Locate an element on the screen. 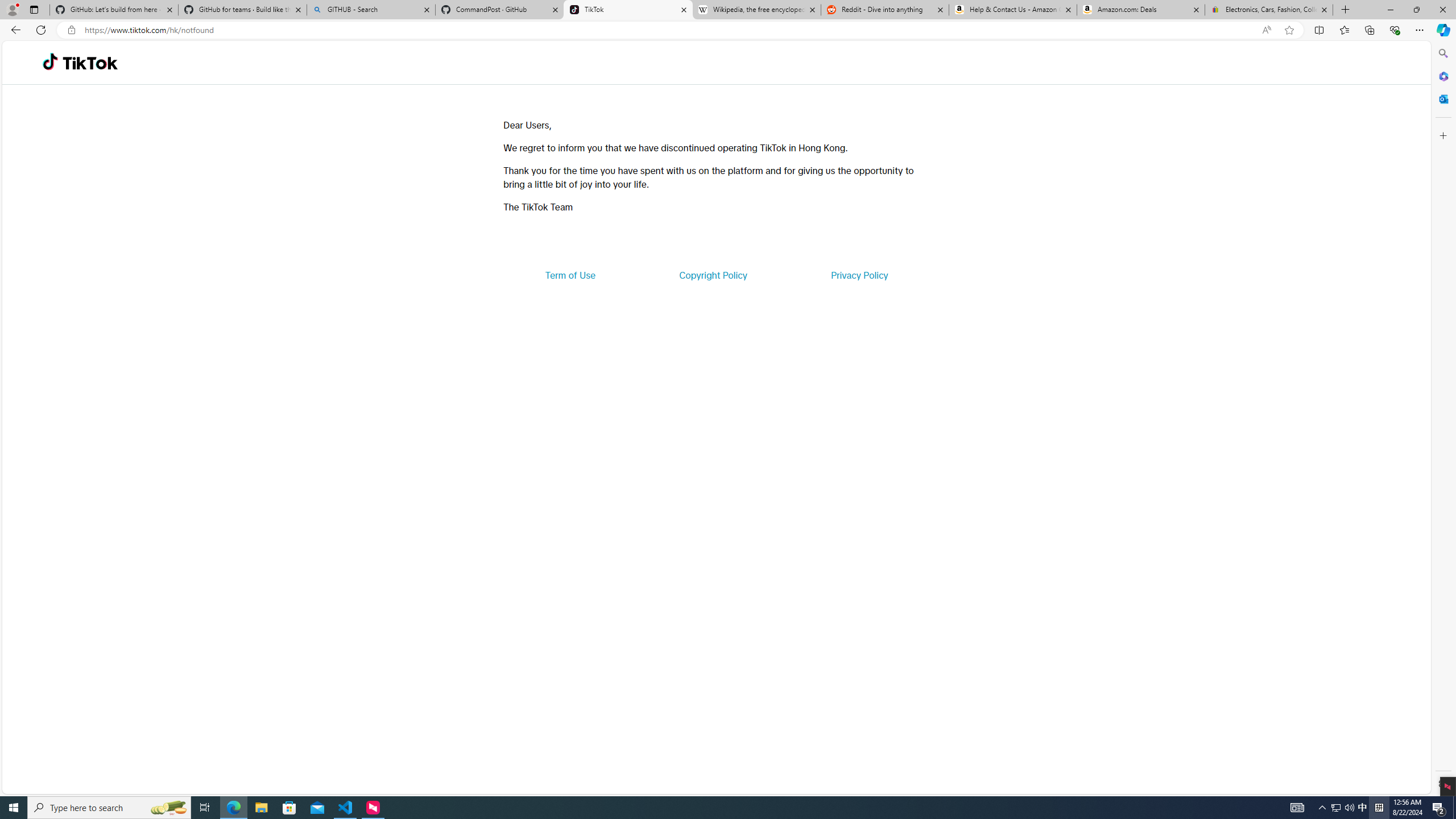 This screenshot has height=819, width=1456. 'Wikipedia, the free encyclopedia' is located at coordinates (755, 9).